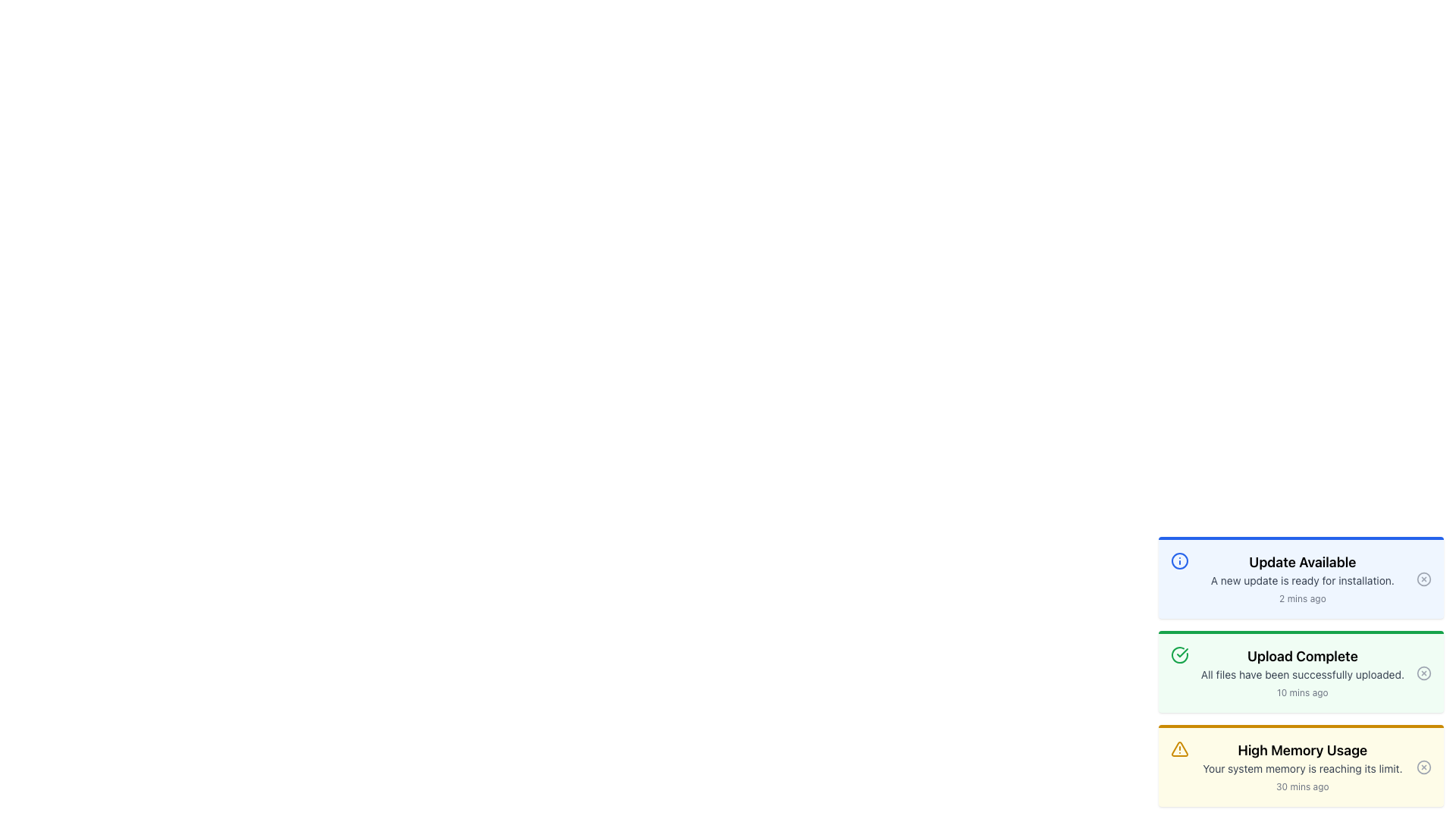 This screenshot has height=819, width=1456. What do you see at coordinates (1301, 656) in the screenshot?
I see `the 'Upload Complete' text element, which is styled in bold and located in the green notification box at the center of the second card in a vertical list` at bounding box center [1301, 656].